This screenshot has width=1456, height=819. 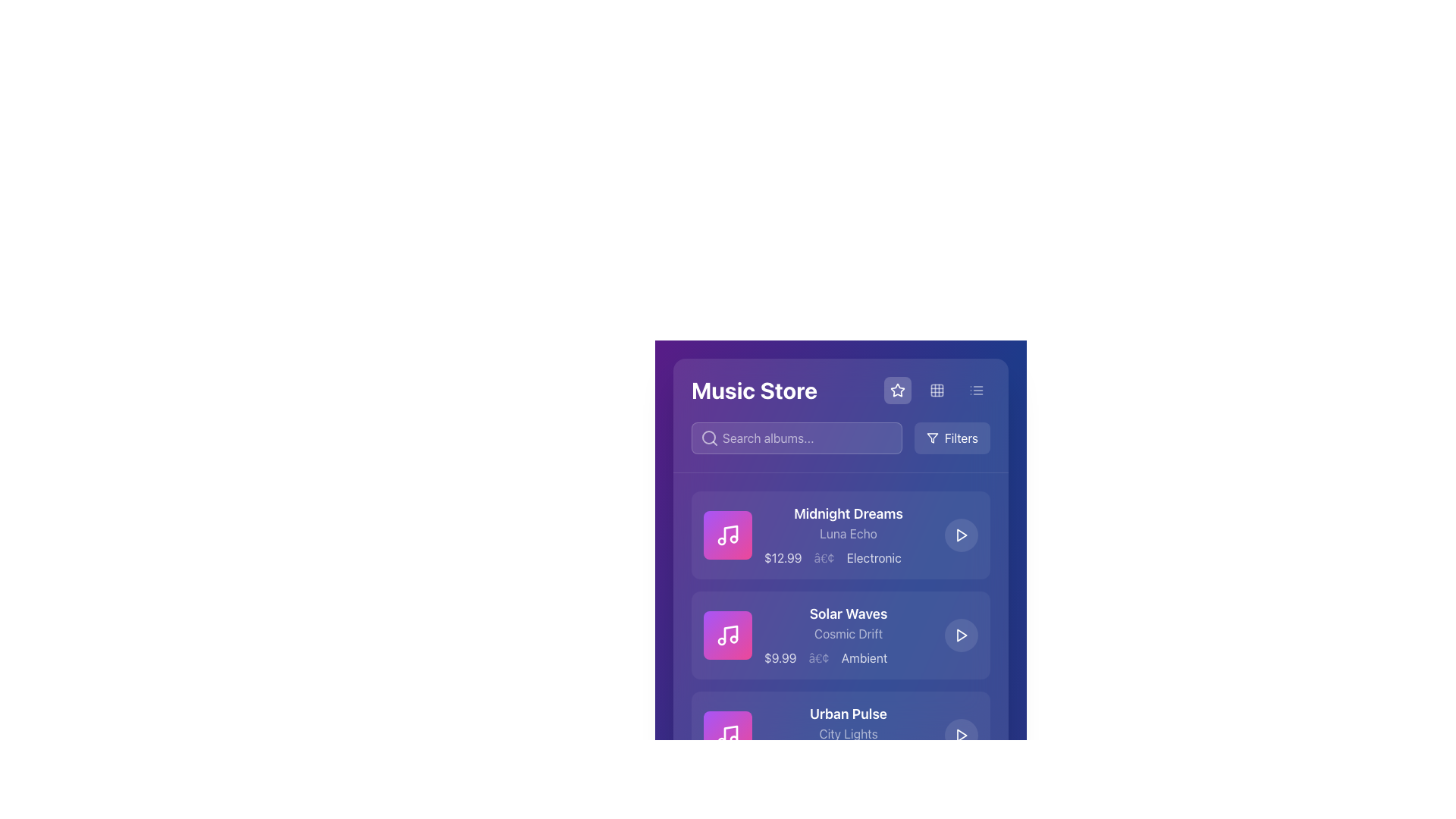 What do you see at coordinates (847, 533) in the screenshot?
I see `text label displaying 'Luna Echo', which is styled in light semi-transparent white color and is positioned beneath 'Midnight Dreams' within the music item card` at bounding box center [847, 533].